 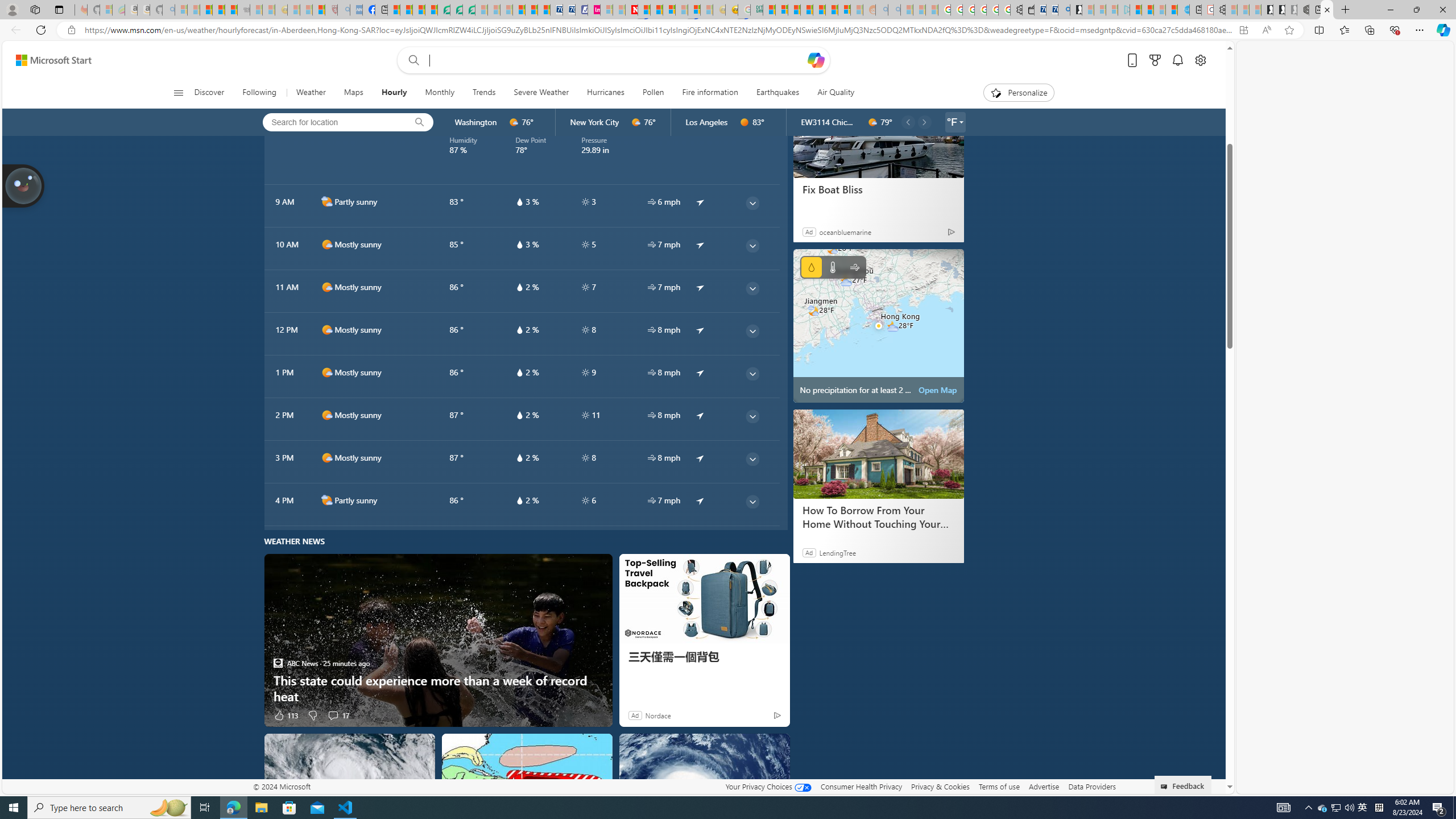 I want to click on 'LendingTree', so click(x=837, y=553).